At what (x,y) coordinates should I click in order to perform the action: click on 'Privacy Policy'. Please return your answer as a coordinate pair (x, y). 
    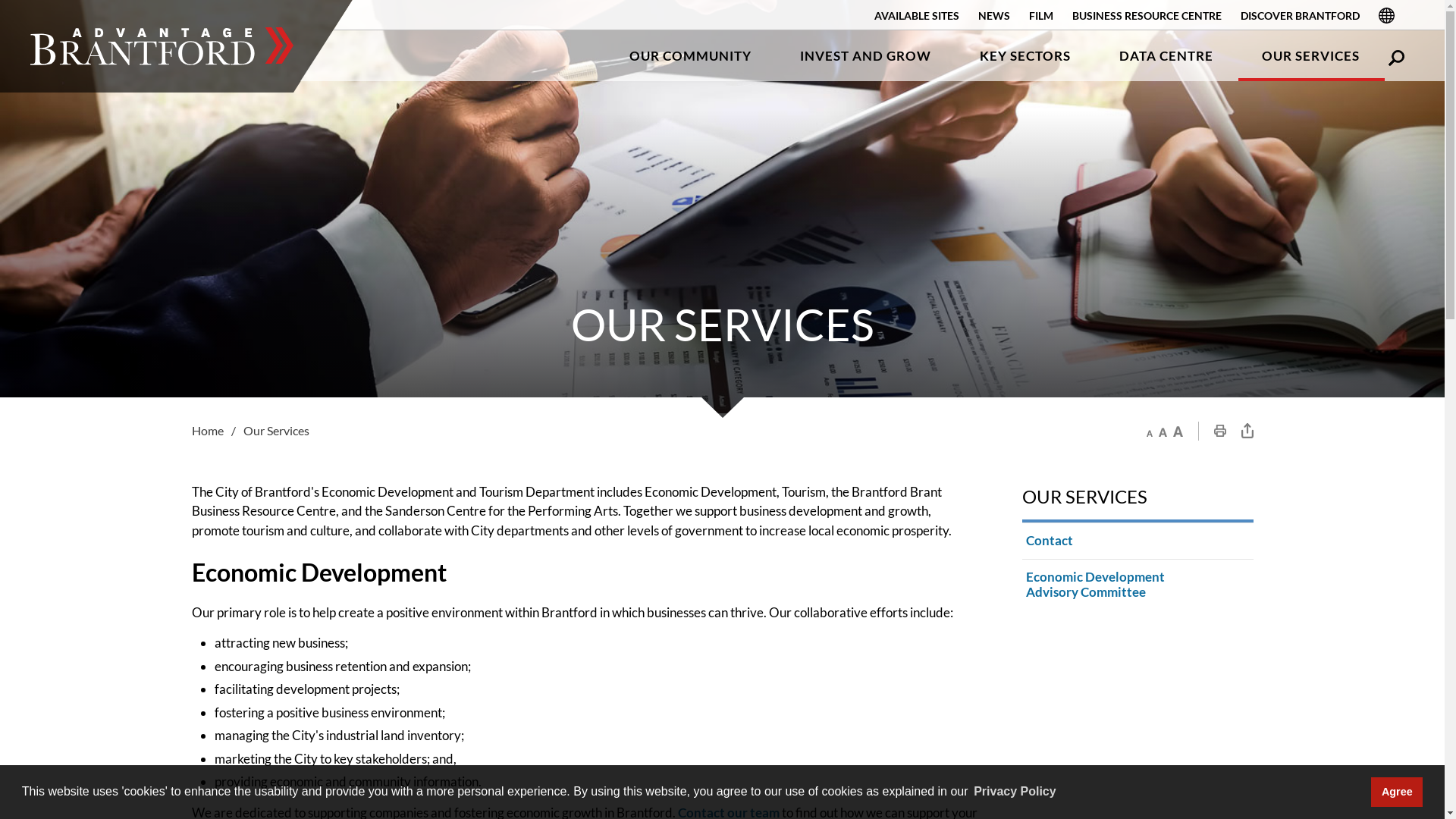
    Looking at the image, I should click on (1015, 791).